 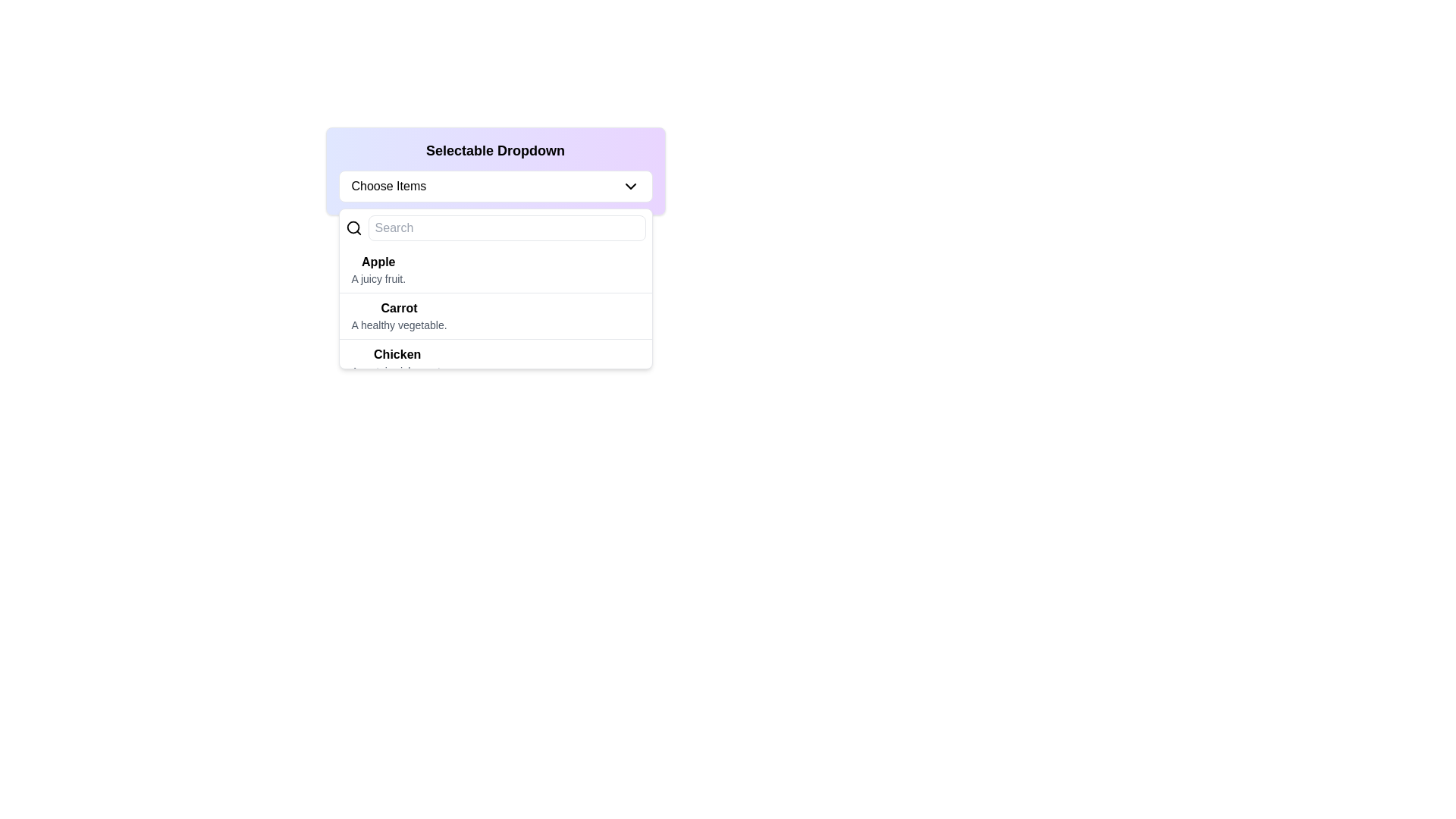 What do you see at coordinates (495, 362) in the screenshot?
I see `the list item displaying 'Chicken' in the dropdown menu` at bounding box center [495, 362].